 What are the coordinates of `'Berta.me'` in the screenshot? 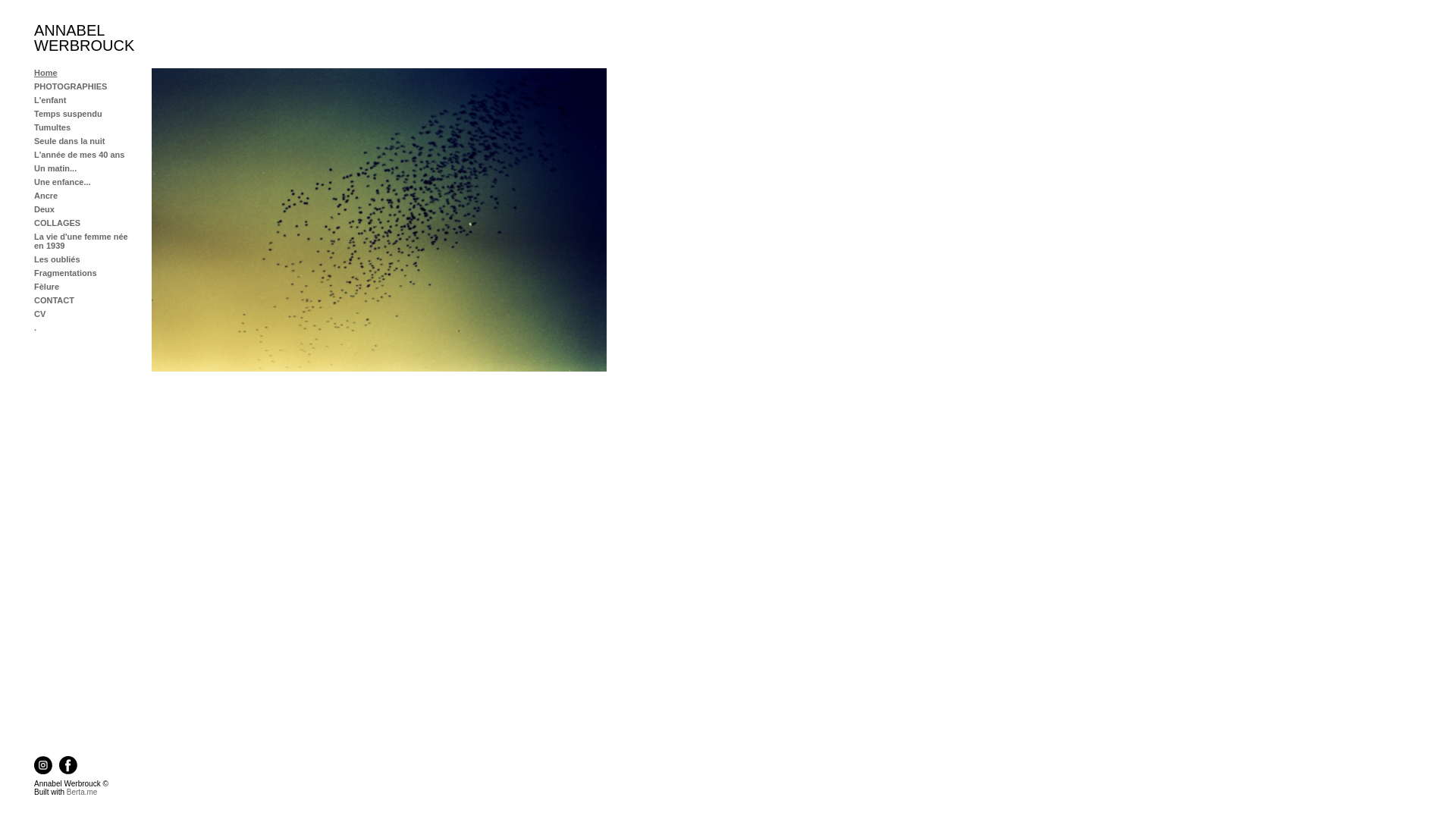 It's located at (81, 791).